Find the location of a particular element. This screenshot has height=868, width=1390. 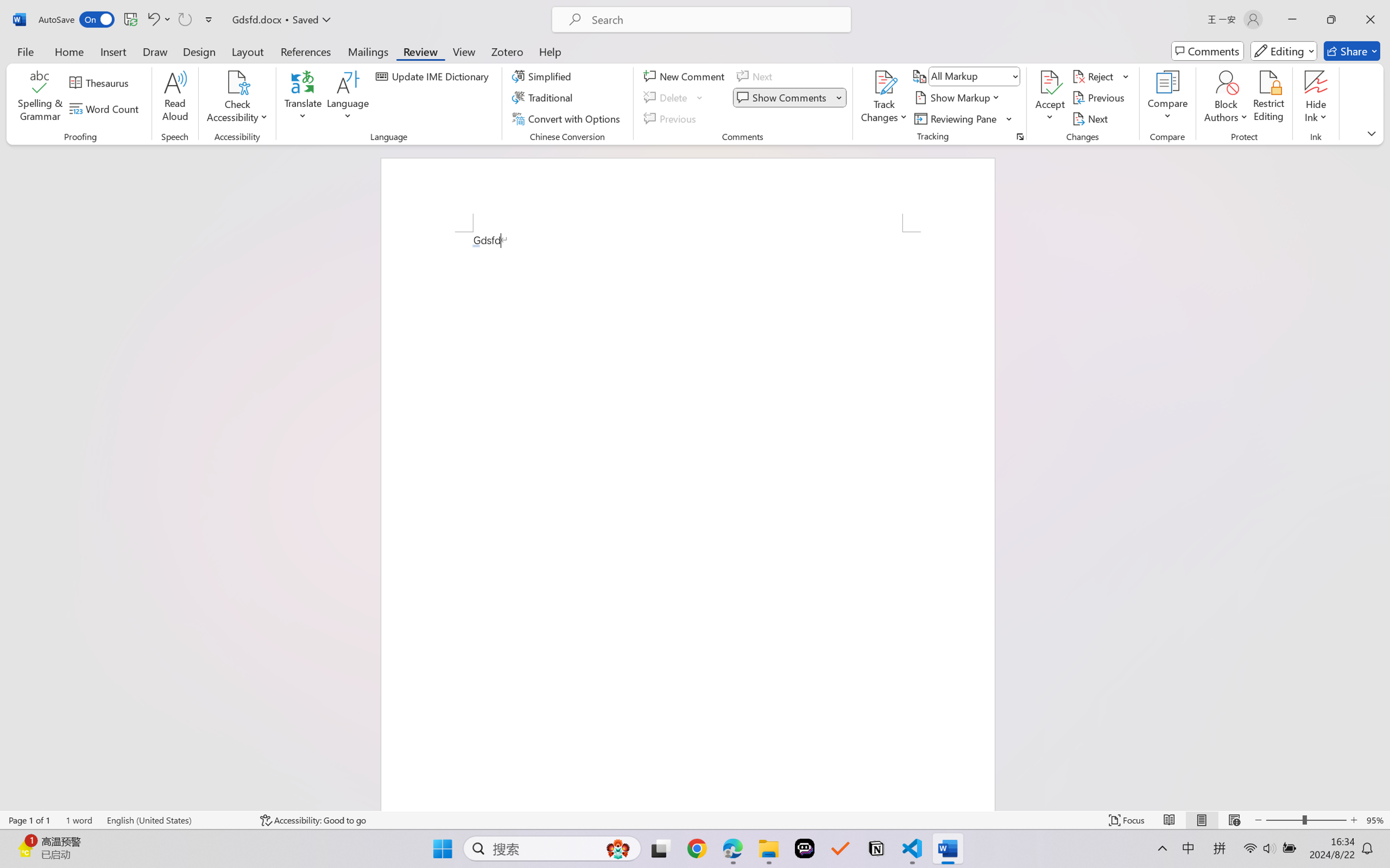

'Compare' is located at coordinates (1168, 98).